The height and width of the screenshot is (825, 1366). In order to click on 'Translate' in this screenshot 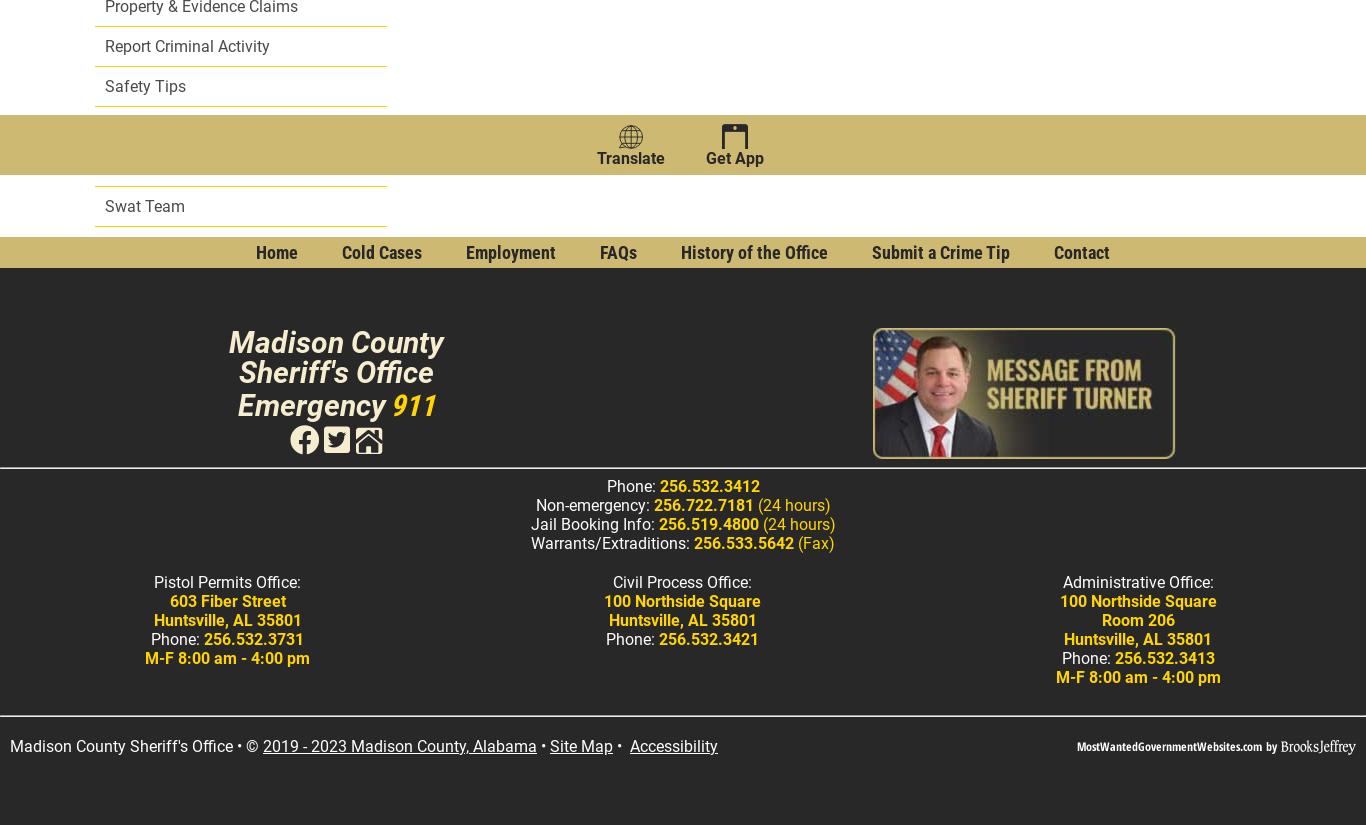, I will do `click(629, 157)`.